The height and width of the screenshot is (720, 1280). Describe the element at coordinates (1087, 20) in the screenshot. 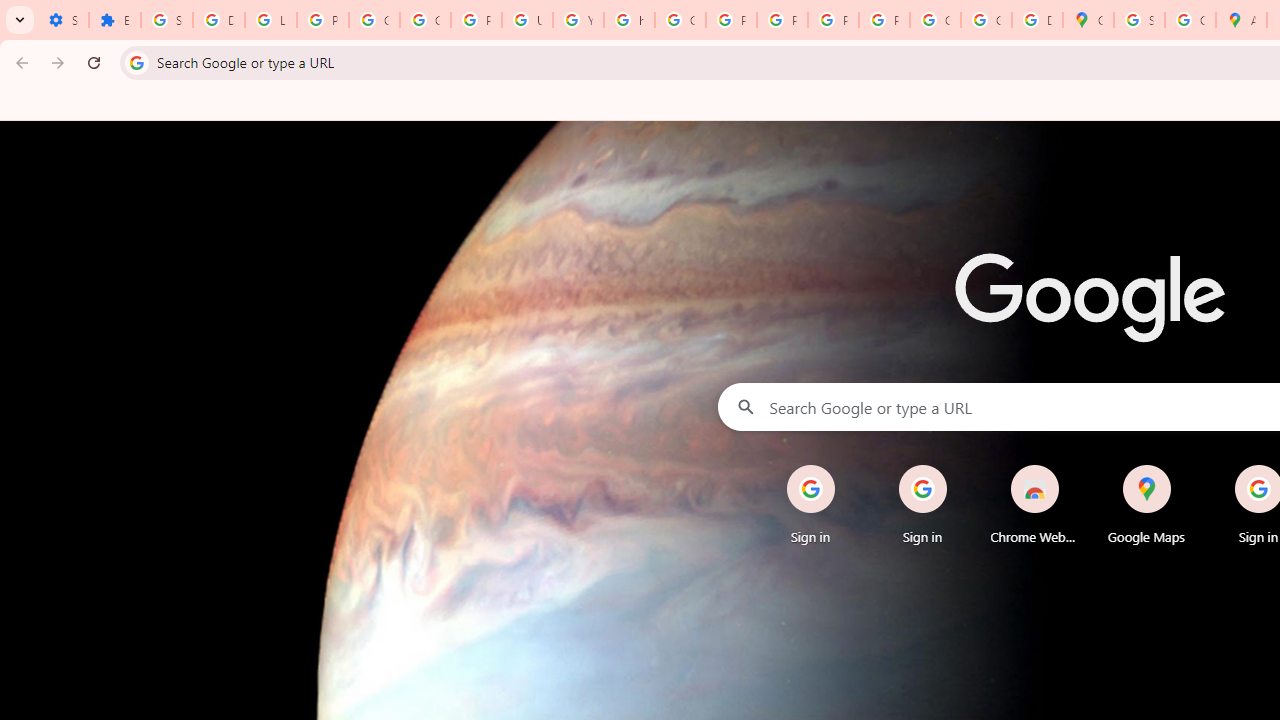

I see `'Google Maps'` at that location.